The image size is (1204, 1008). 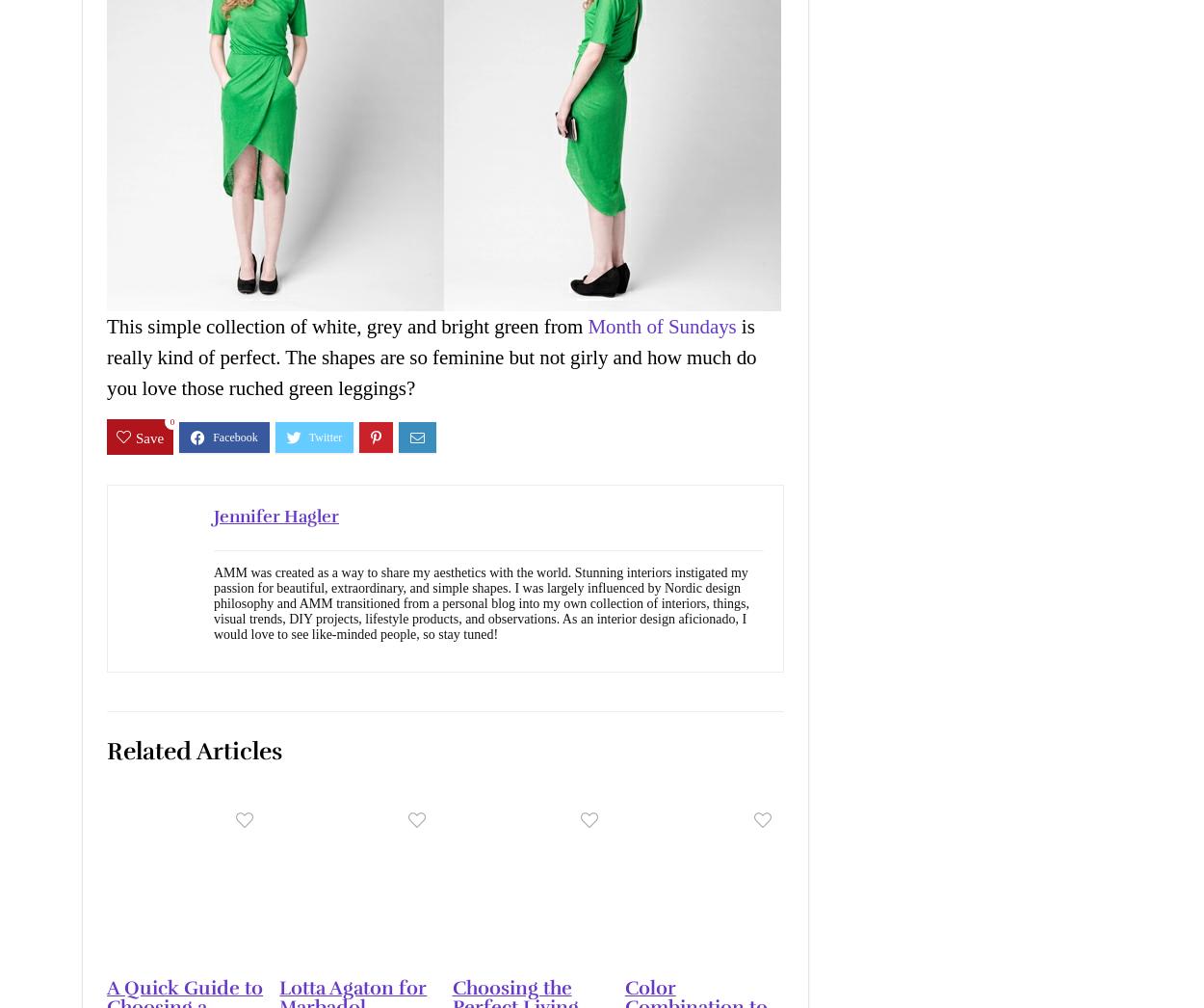 What do you see at coordinates (194, 750) in the screenshot?
I see `'Related Articles'` at bounding box center [194, 750].